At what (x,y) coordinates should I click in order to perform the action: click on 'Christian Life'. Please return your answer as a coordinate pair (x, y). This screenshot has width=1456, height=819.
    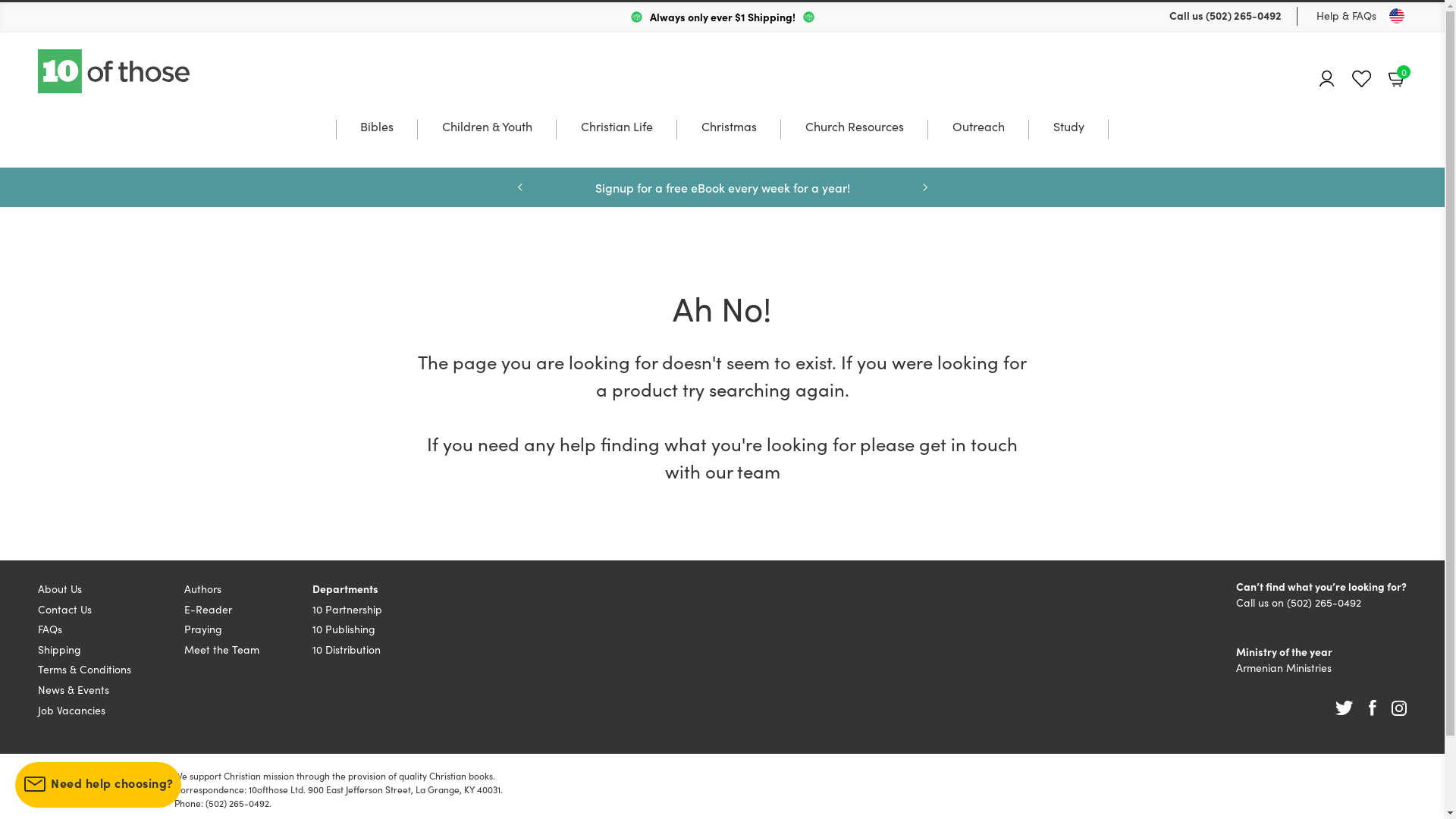
    Looking at the image, I should click on (580, 140).